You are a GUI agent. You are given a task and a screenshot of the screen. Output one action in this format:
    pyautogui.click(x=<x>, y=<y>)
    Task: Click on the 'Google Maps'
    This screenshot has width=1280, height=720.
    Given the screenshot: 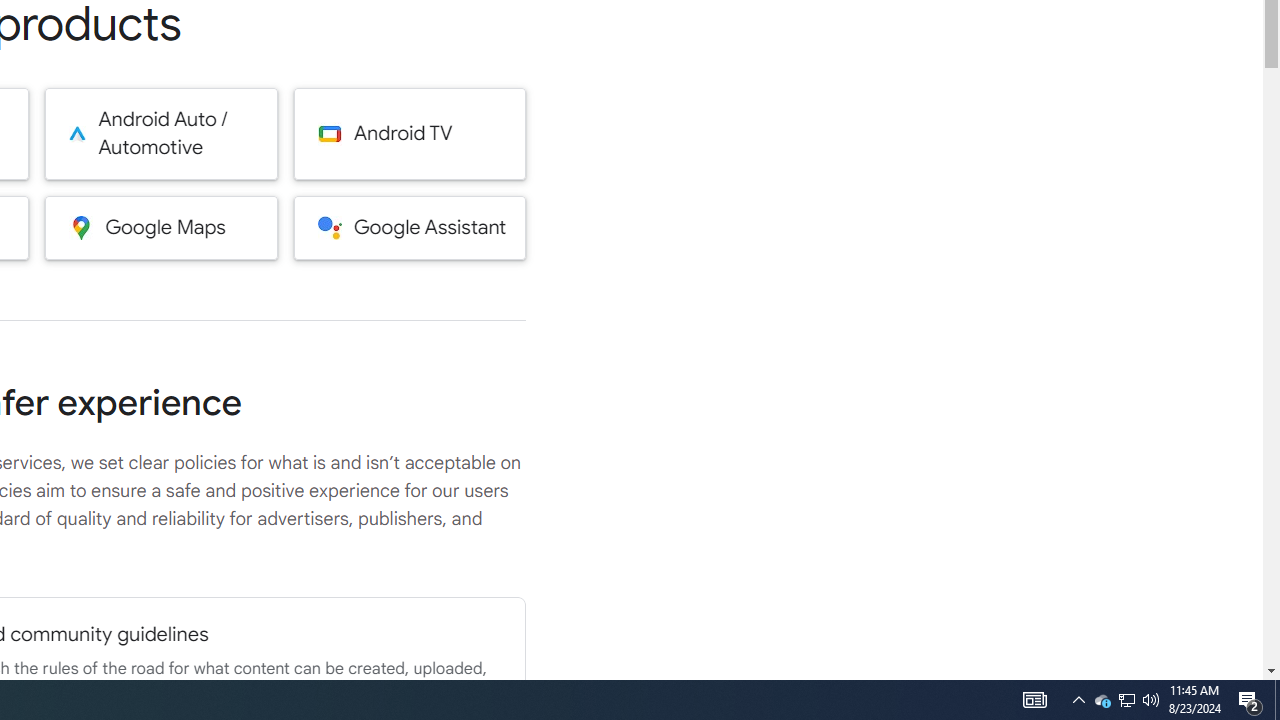 What is the action you would take?
    pyautogui.click(x=161, y=226)
    